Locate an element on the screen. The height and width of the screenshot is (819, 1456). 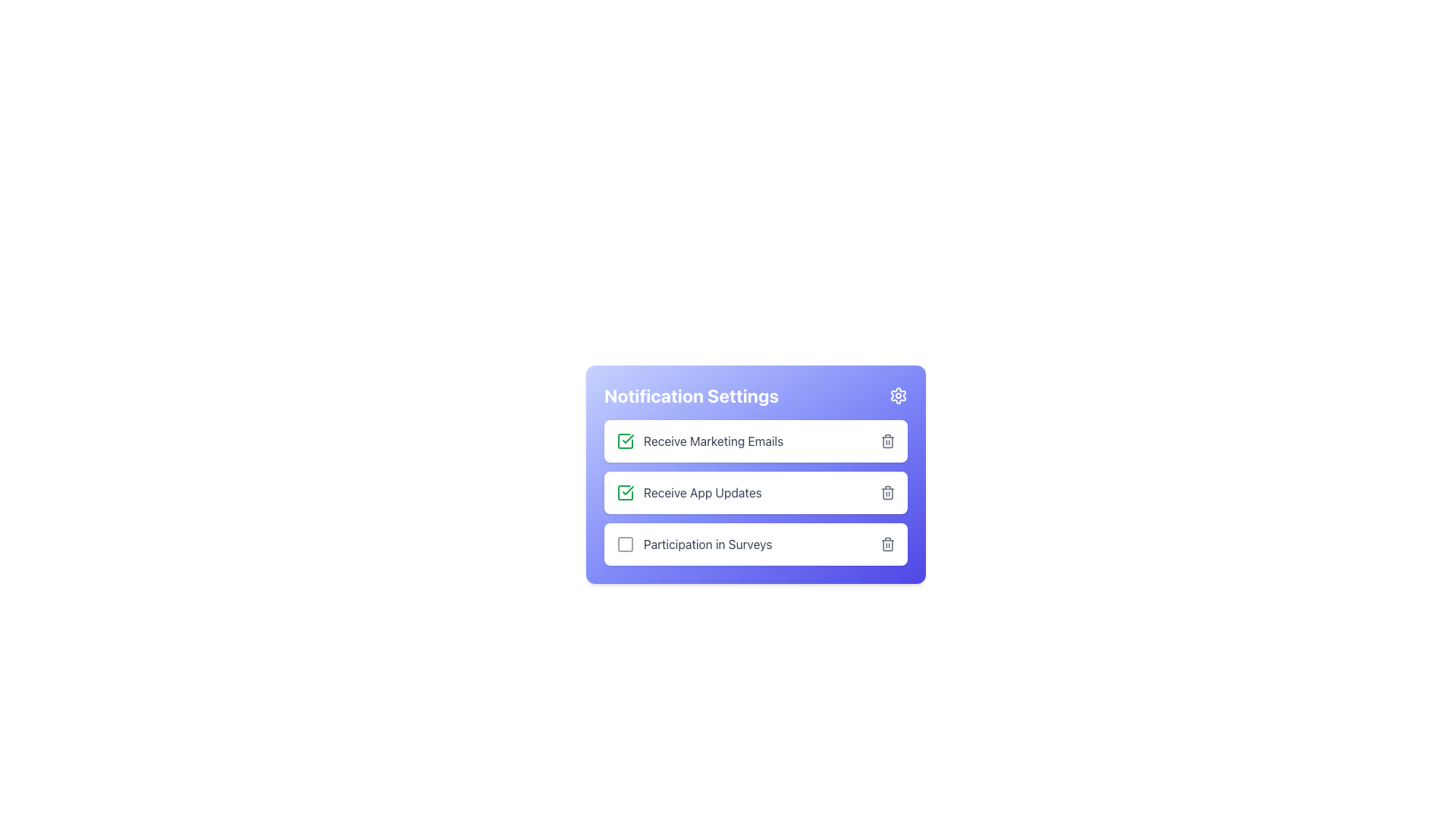
the list item containing the checkbox, label, and action icon for survey participation settings, which is the last item in the notification settings panel is located at coordinates (756, 543).